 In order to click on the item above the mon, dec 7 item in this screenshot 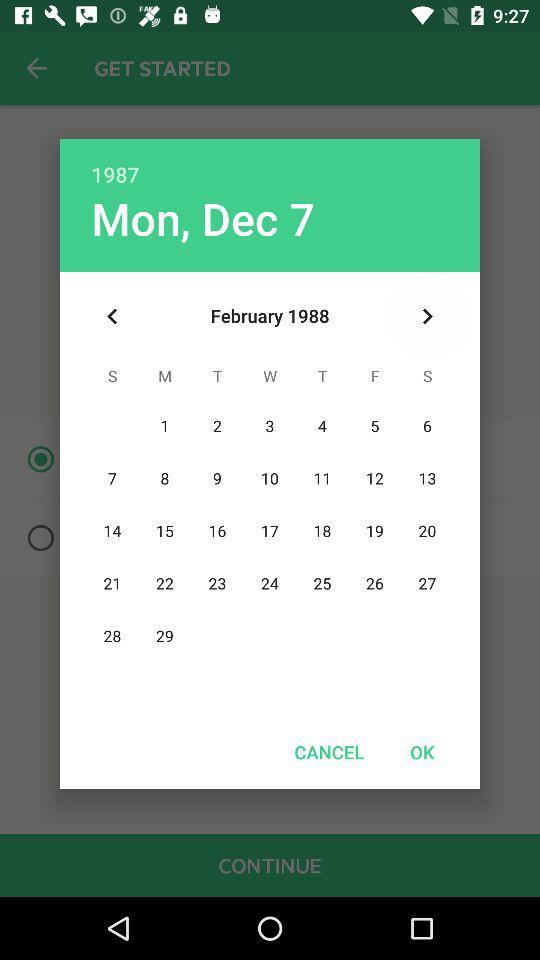, I will do `click(270, 162)`.